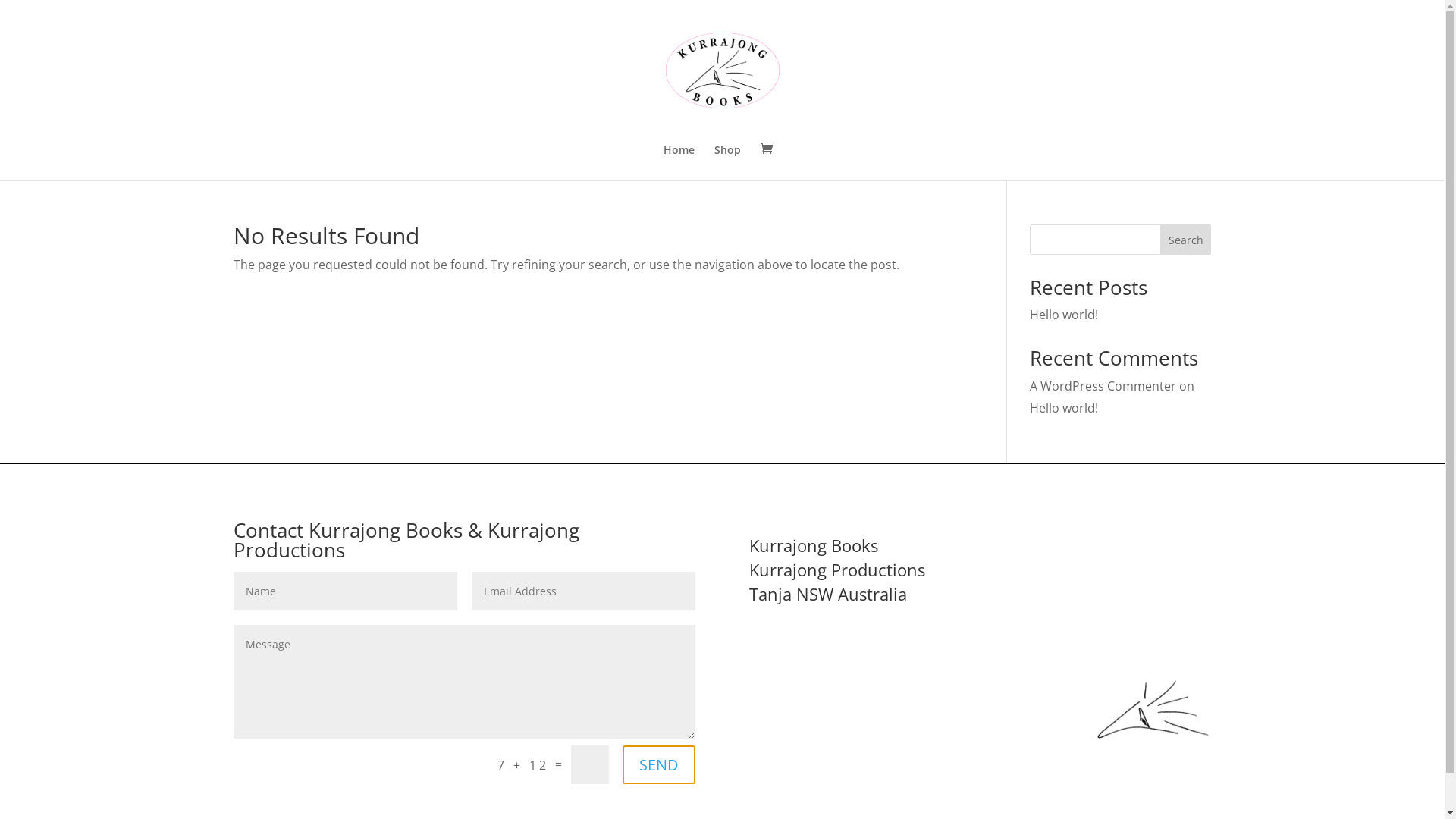 This screenshot has height=819, width=1456. Describe the element at coordinates (1159, 239) in the screenshot. I see `'Search'` at that location.